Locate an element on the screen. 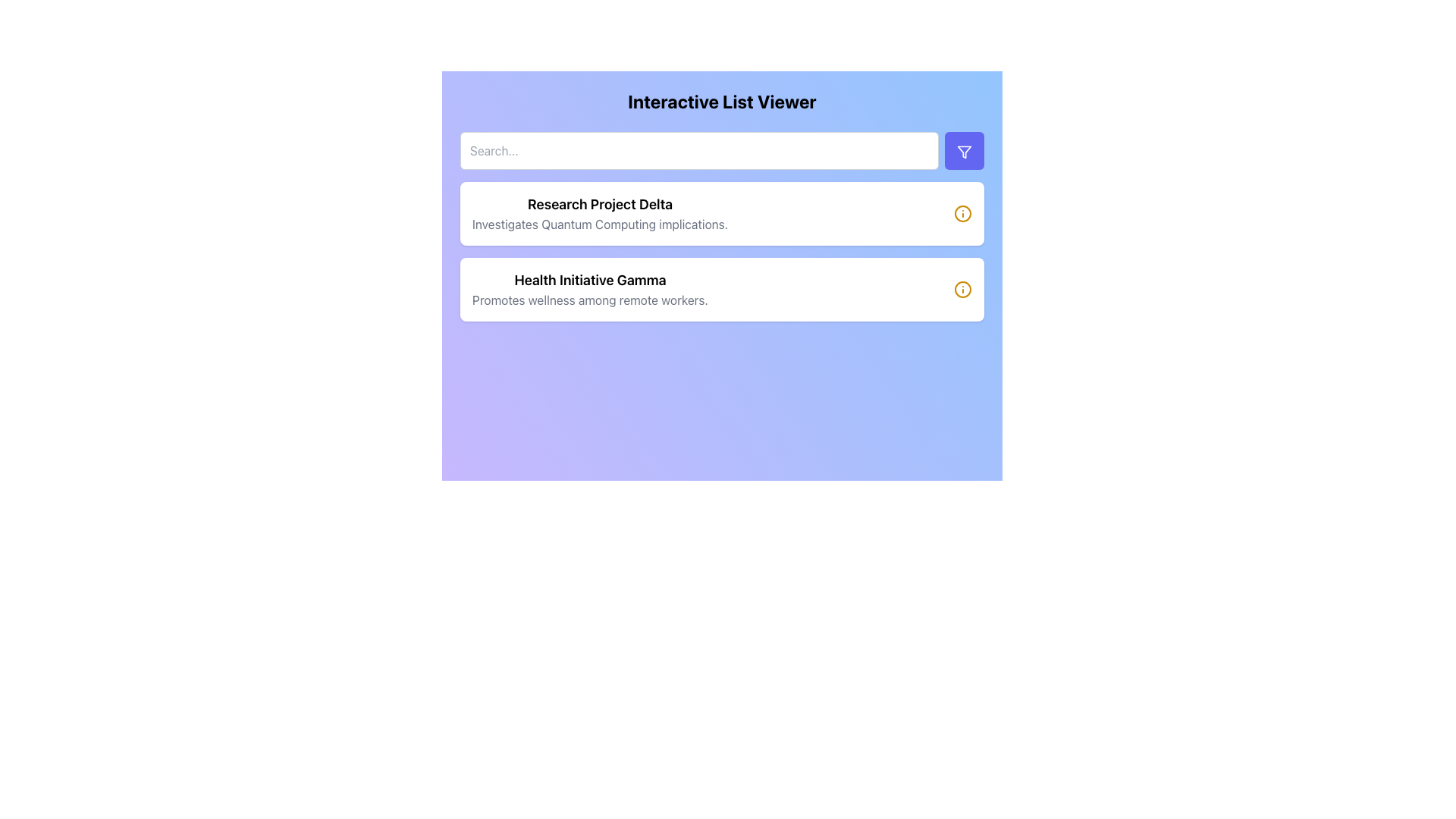 The height and width of the screenshot is (819, 1456). text content of the Text block titled 'Health Initiative Gamma' which contains a description about promoting wellness among remote workers is located at coordinates (589, 289).